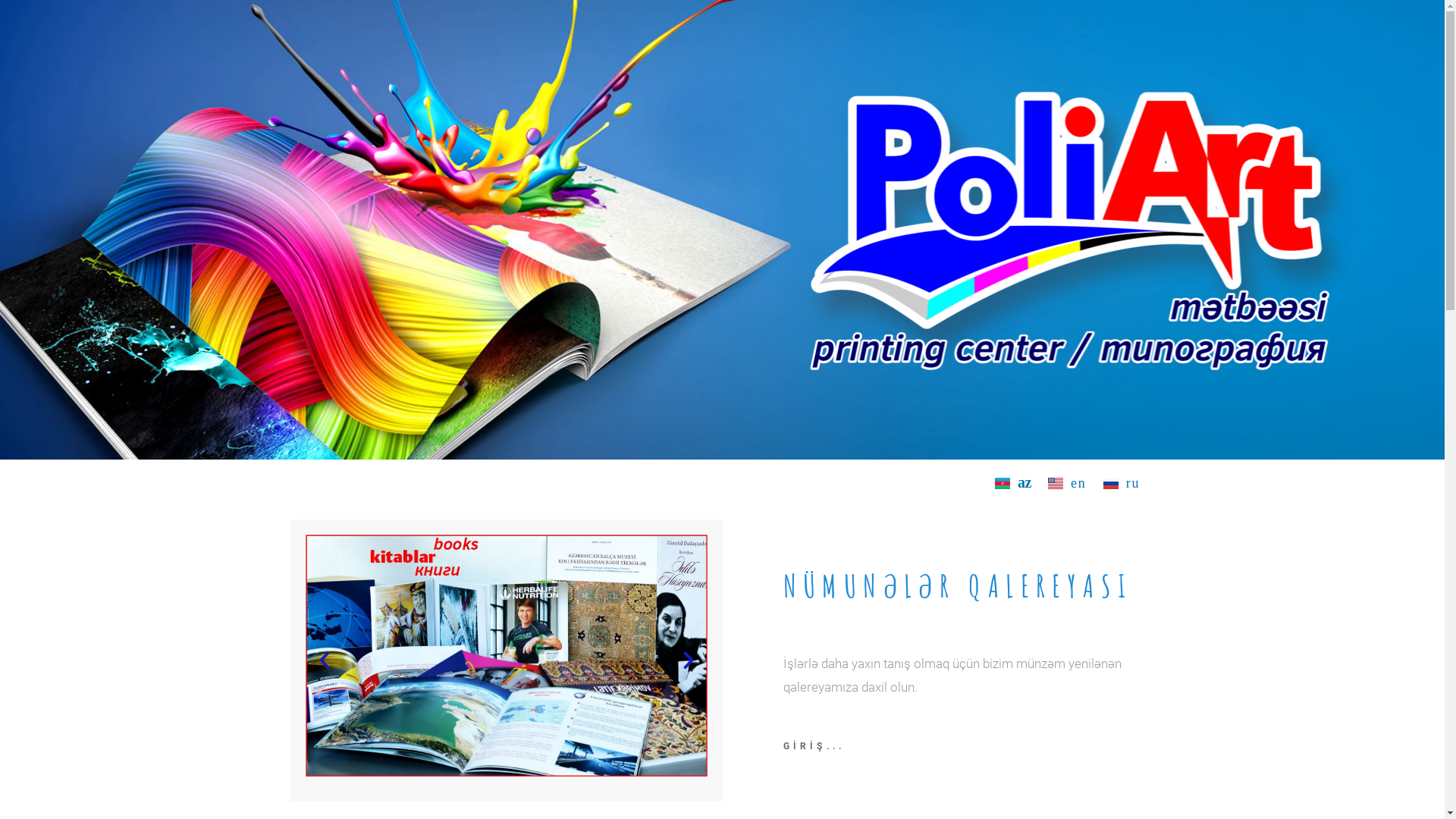 The height and width of the screenshot is (819, 1456). Describe the element at coordinates (1122, 483) in the screenshot. I see `'ru'` at that location.